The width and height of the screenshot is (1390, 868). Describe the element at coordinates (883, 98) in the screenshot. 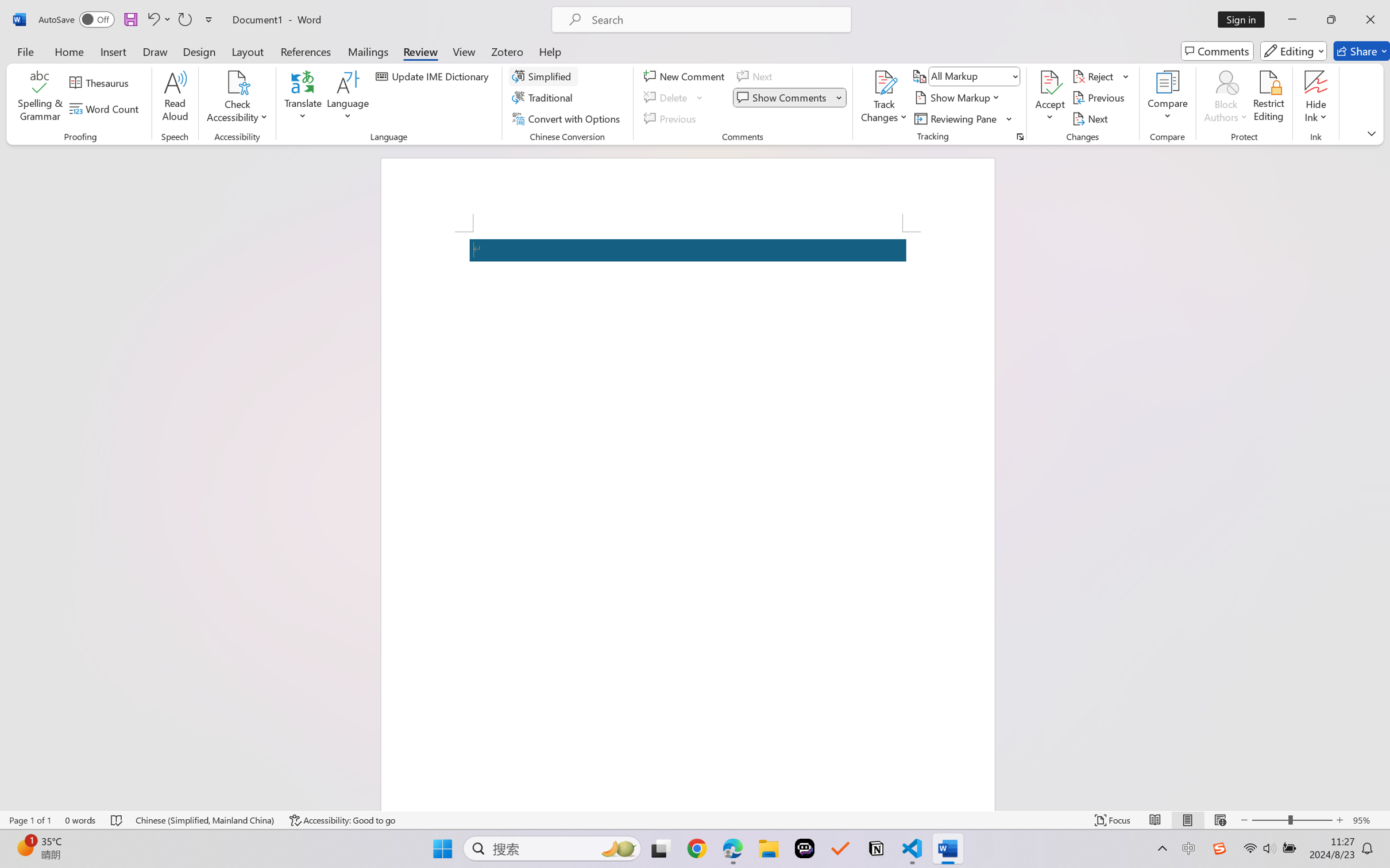

I see `'Track Changes'` at that location.